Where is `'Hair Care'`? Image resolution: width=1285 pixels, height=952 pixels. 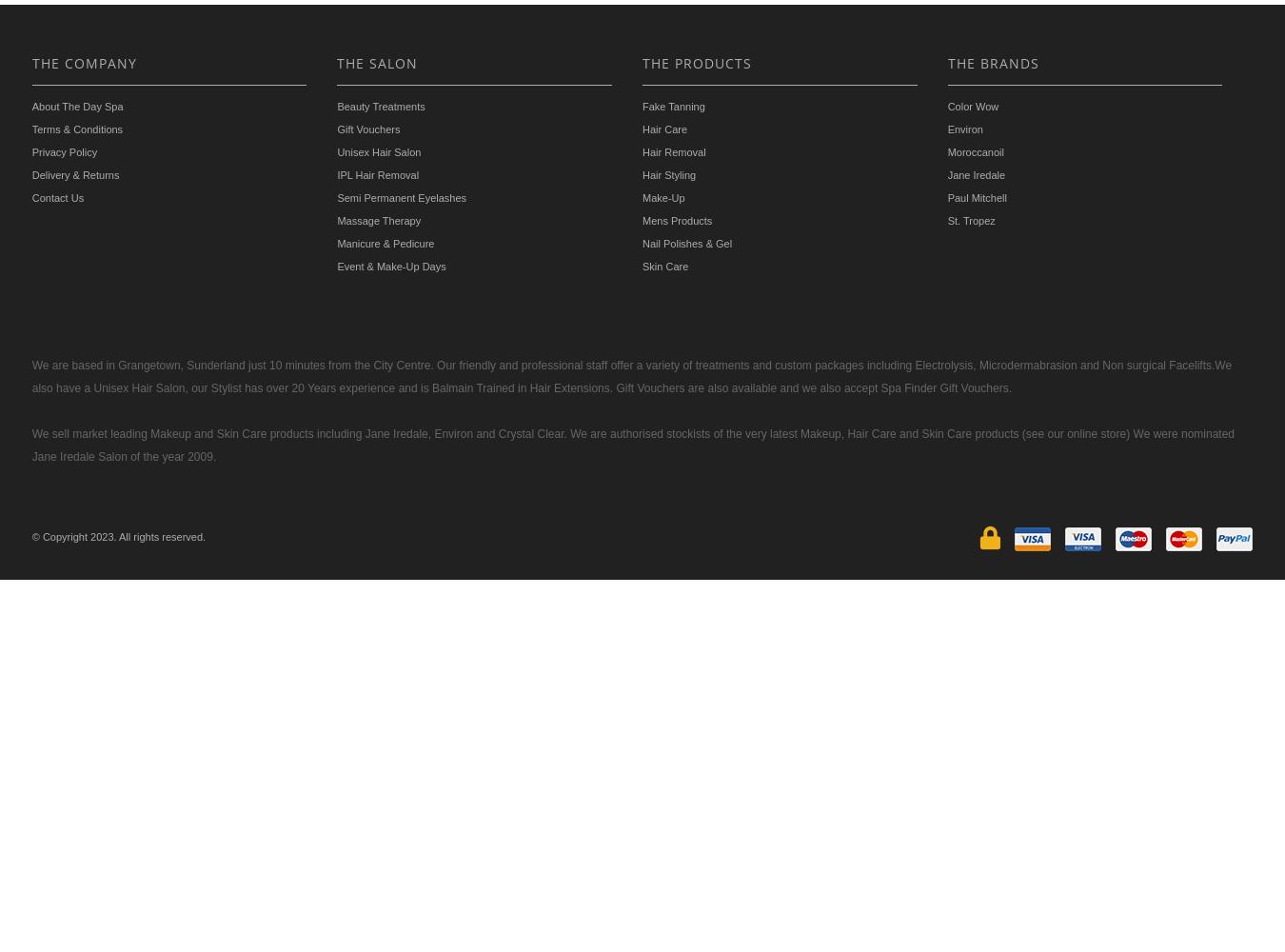 'Hair Care' is located at coordinates (663, 129).